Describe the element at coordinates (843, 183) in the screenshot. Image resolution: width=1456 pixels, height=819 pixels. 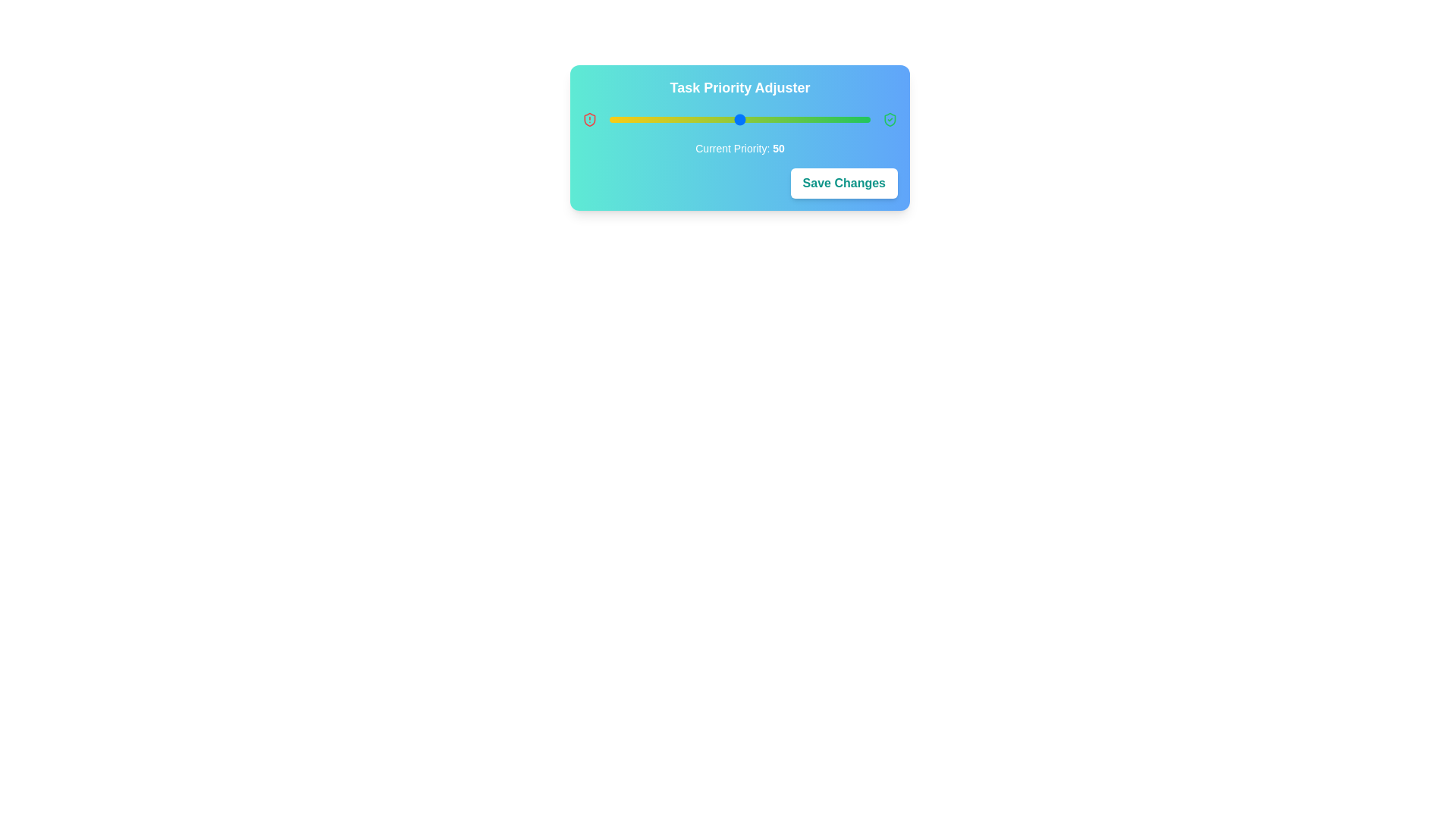
I see `the 'Save Changes' button` at that location.